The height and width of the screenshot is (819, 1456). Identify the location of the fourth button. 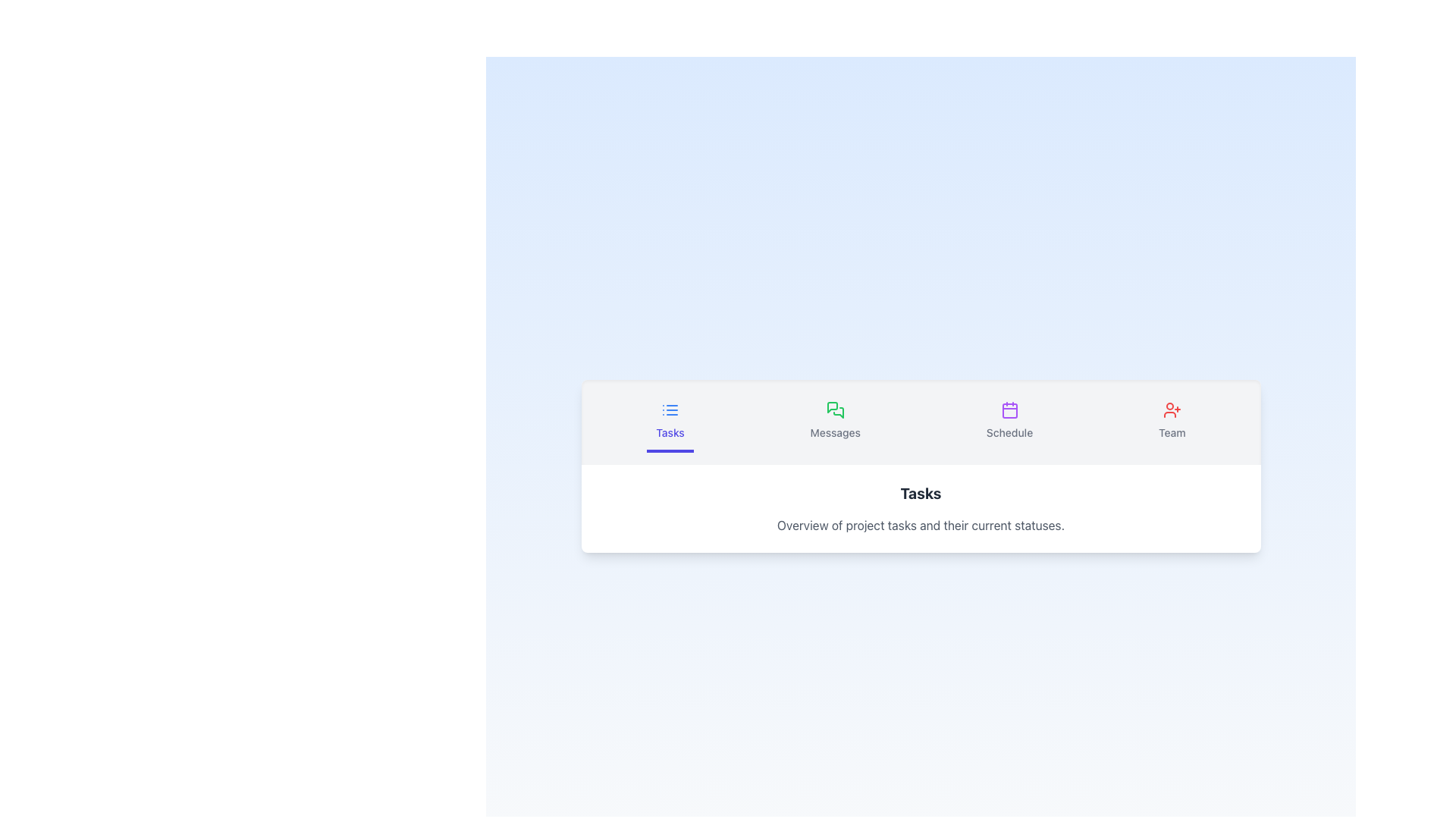
(1171, 422).